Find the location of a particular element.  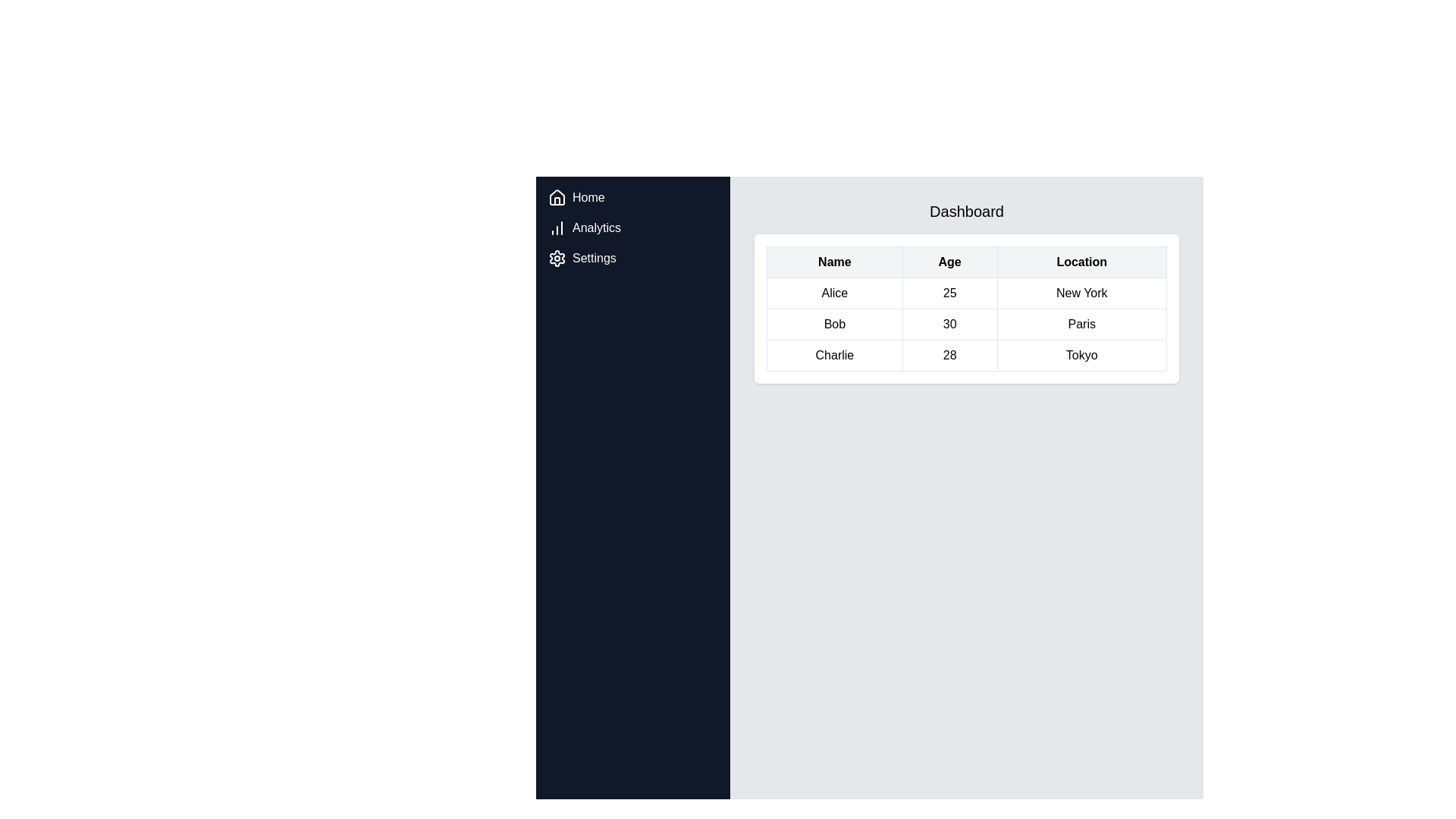

the column header label indicating user names, which is the first item in a horizontal row of three labels at the top-left of the table's header is located at coordinates (833, 262).